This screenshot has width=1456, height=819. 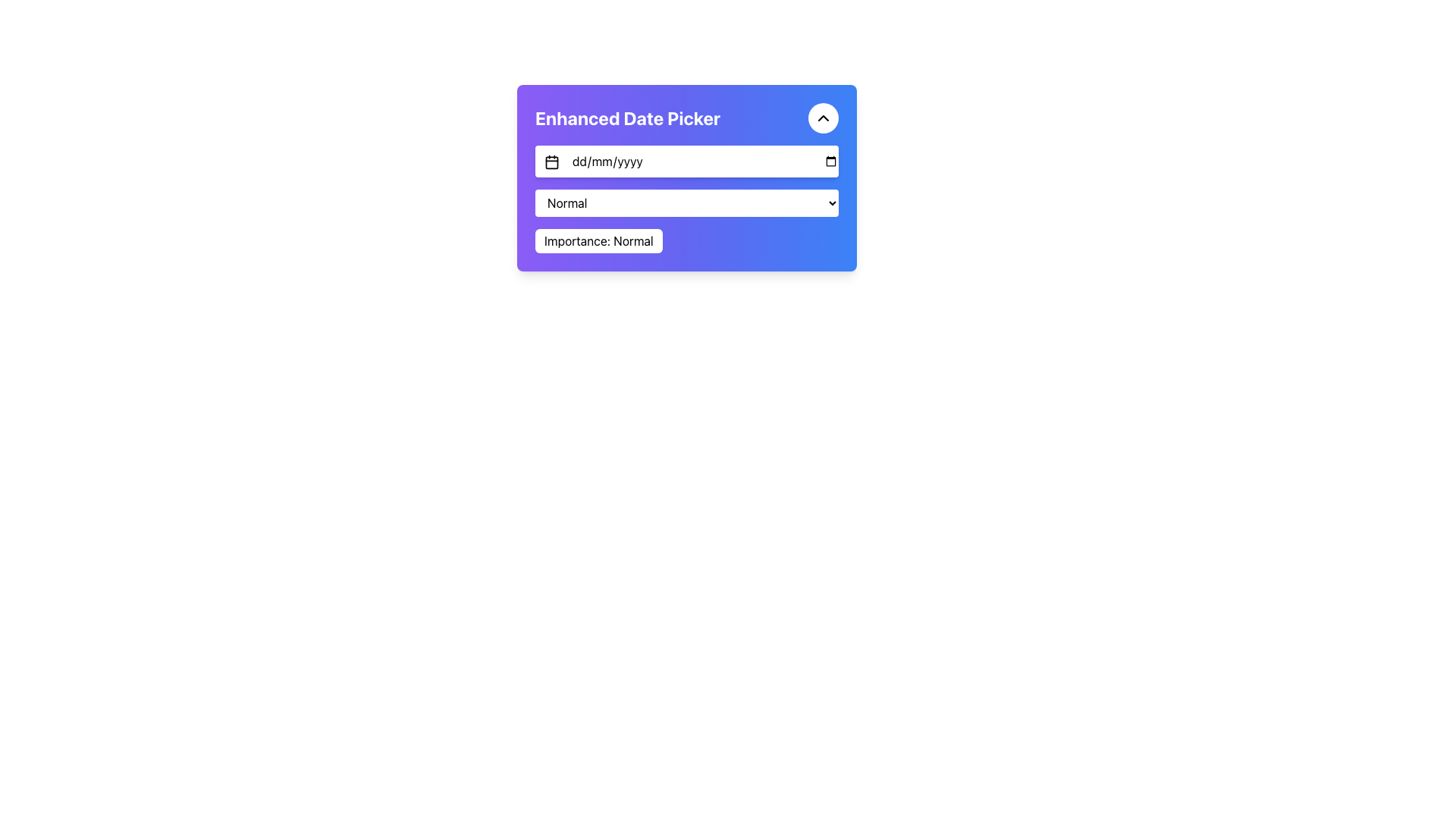 What do you see at coordinates (686, 177) in the screenshot?
I see `and drag the composite UI component consisting of a date selection input field and importance dropdown to reposition it` at bounding box center [686, 177].